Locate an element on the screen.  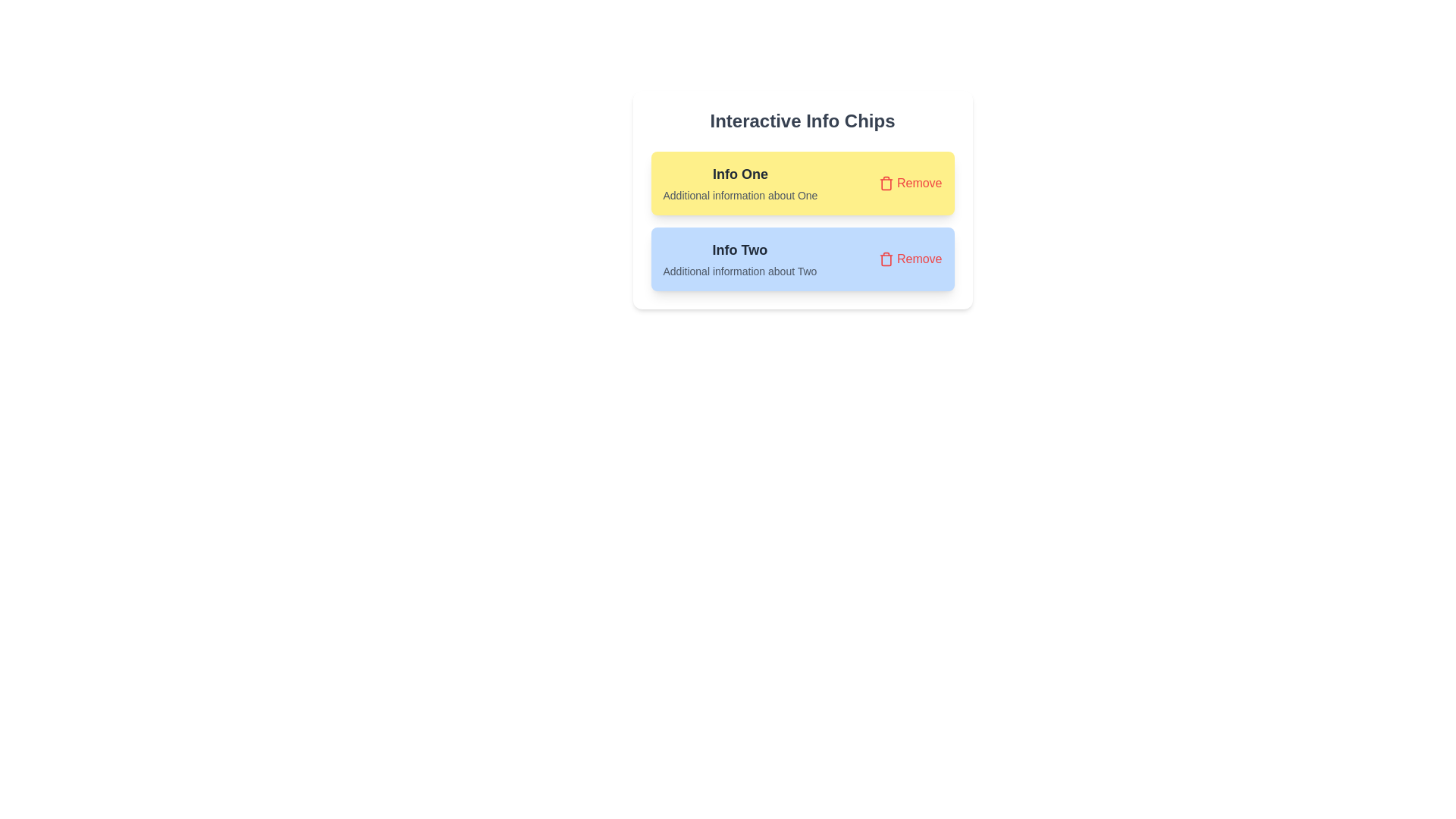
'Remove' button for the chip labeled 'Info Two' is located at coordinates (910, 259).